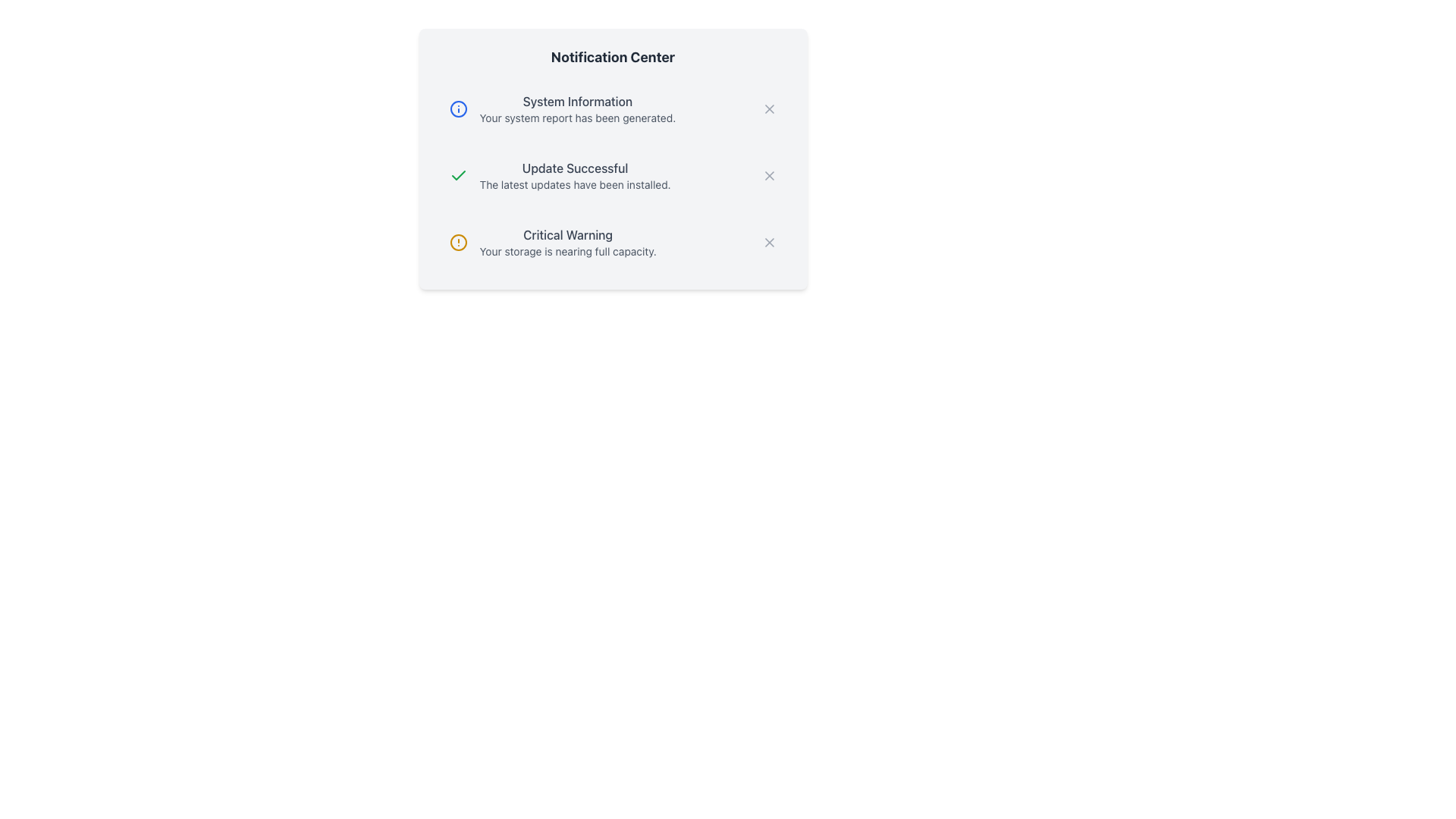 This screenshot has height=819, width=1456. Describe the element at coordinates (574, 174) in the screenshot. I see `the Informational Text Block that displays 'Update Successful' and 'The latest updates have been installed', which is the second notification entry in the list of notifications` at that location.